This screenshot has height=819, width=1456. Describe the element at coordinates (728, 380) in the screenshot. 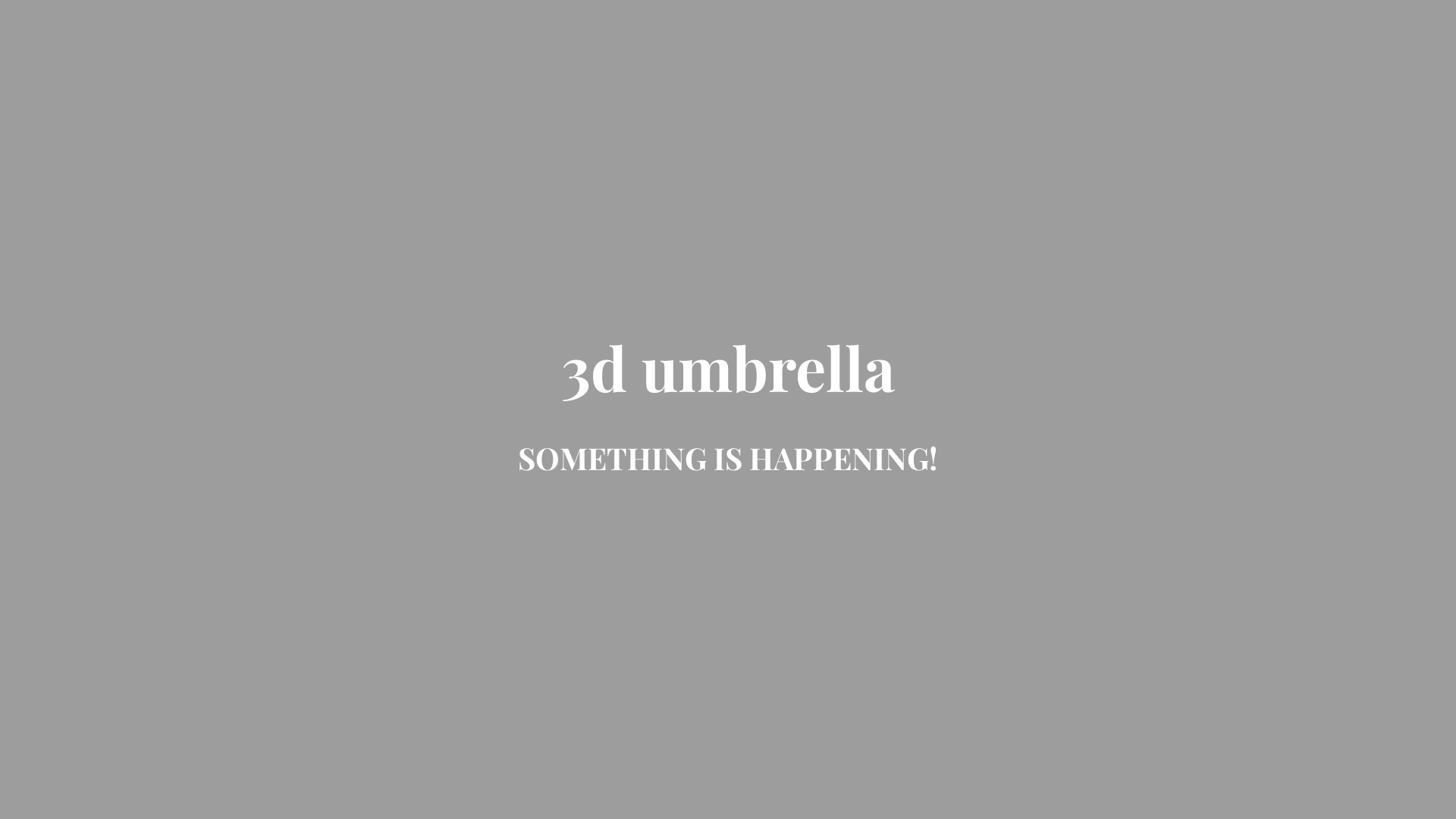

I see `'3d umbrella'` at that location.